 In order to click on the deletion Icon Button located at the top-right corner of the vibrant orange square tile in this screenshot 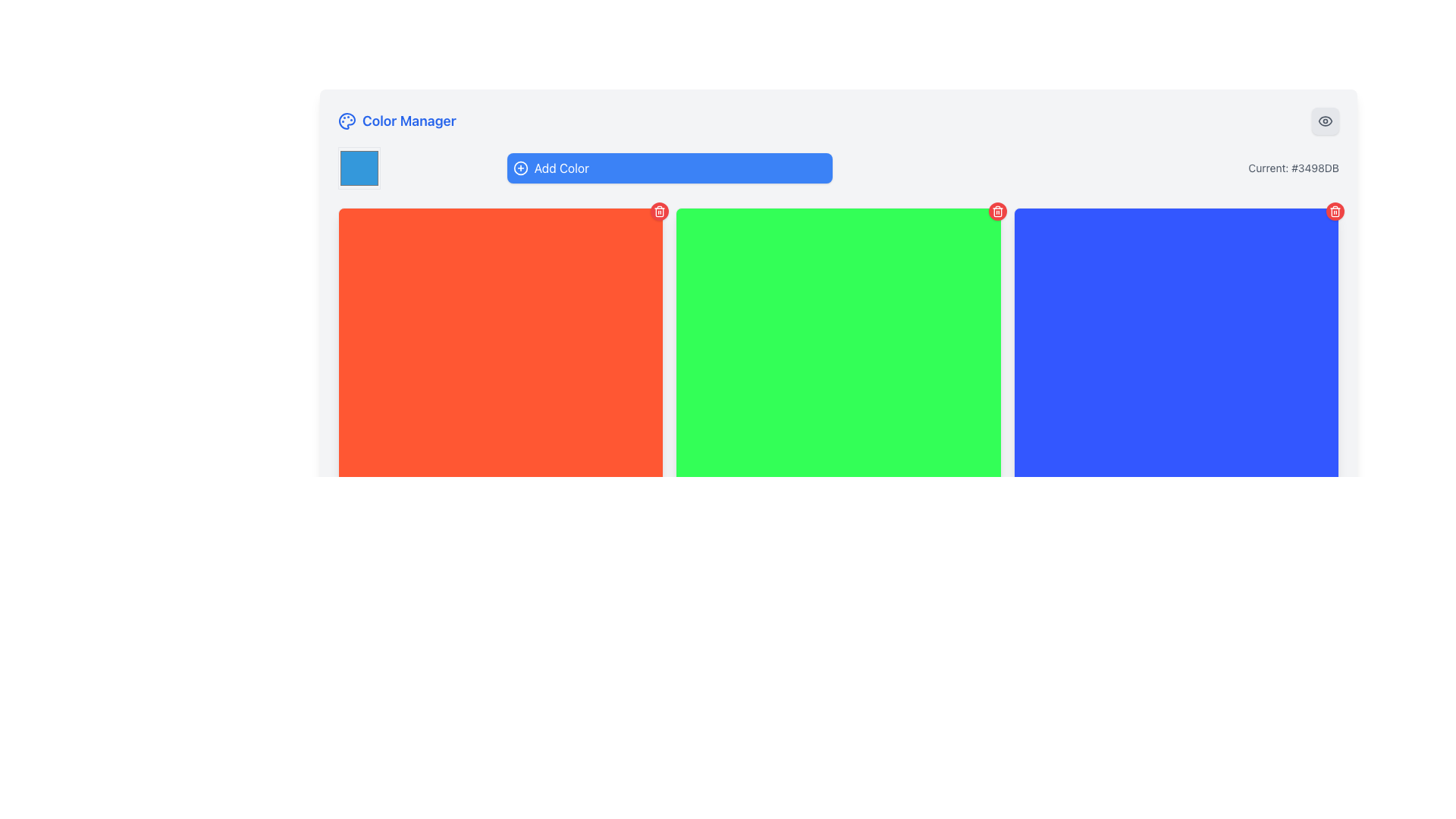, I will do `click(660, 211)`.